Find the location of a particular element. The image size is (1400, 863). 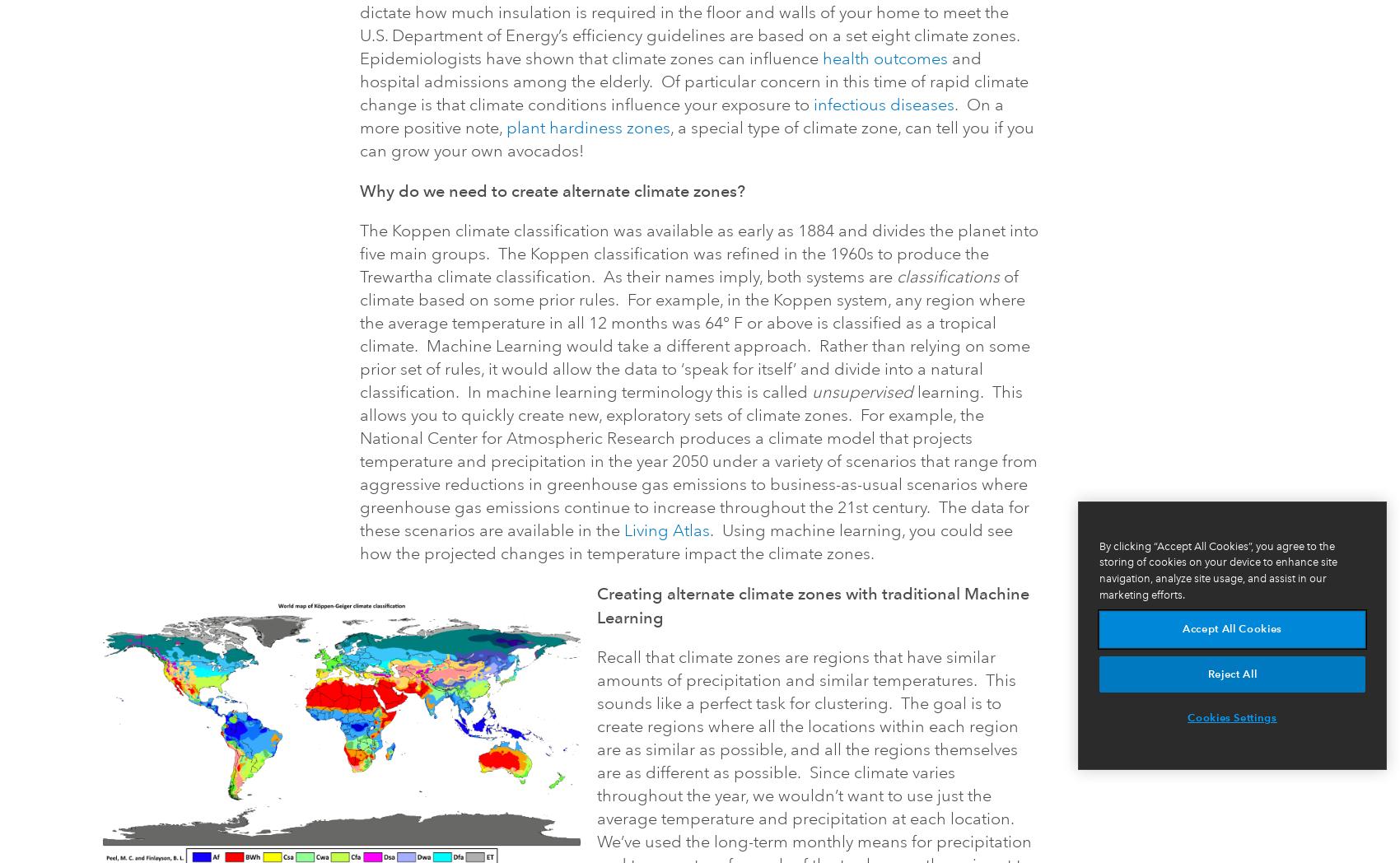

'Living Atlas' is located at coordinates (666, 529).